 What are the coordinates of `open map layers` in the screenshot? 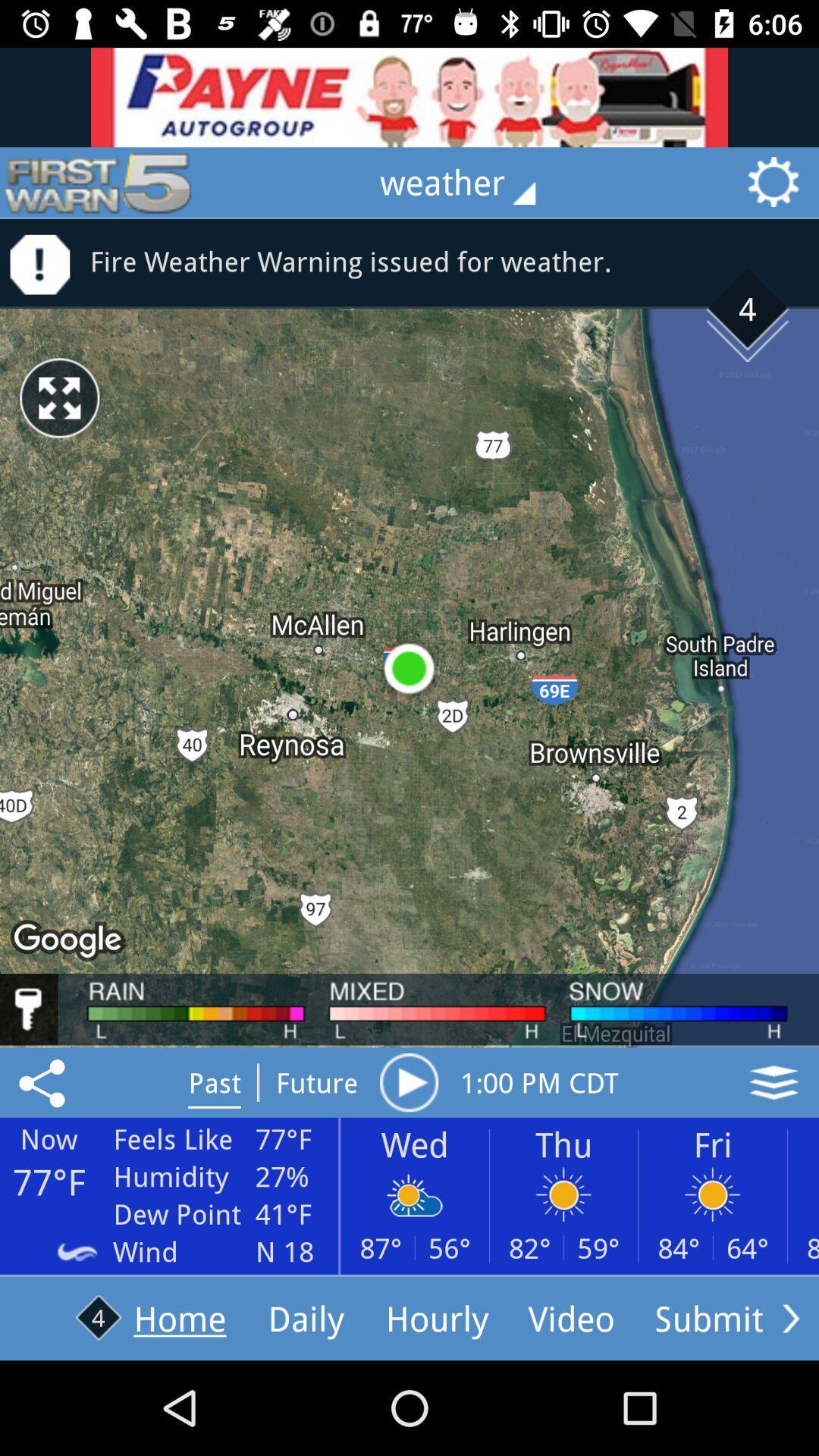 It's located at (773, 1081).